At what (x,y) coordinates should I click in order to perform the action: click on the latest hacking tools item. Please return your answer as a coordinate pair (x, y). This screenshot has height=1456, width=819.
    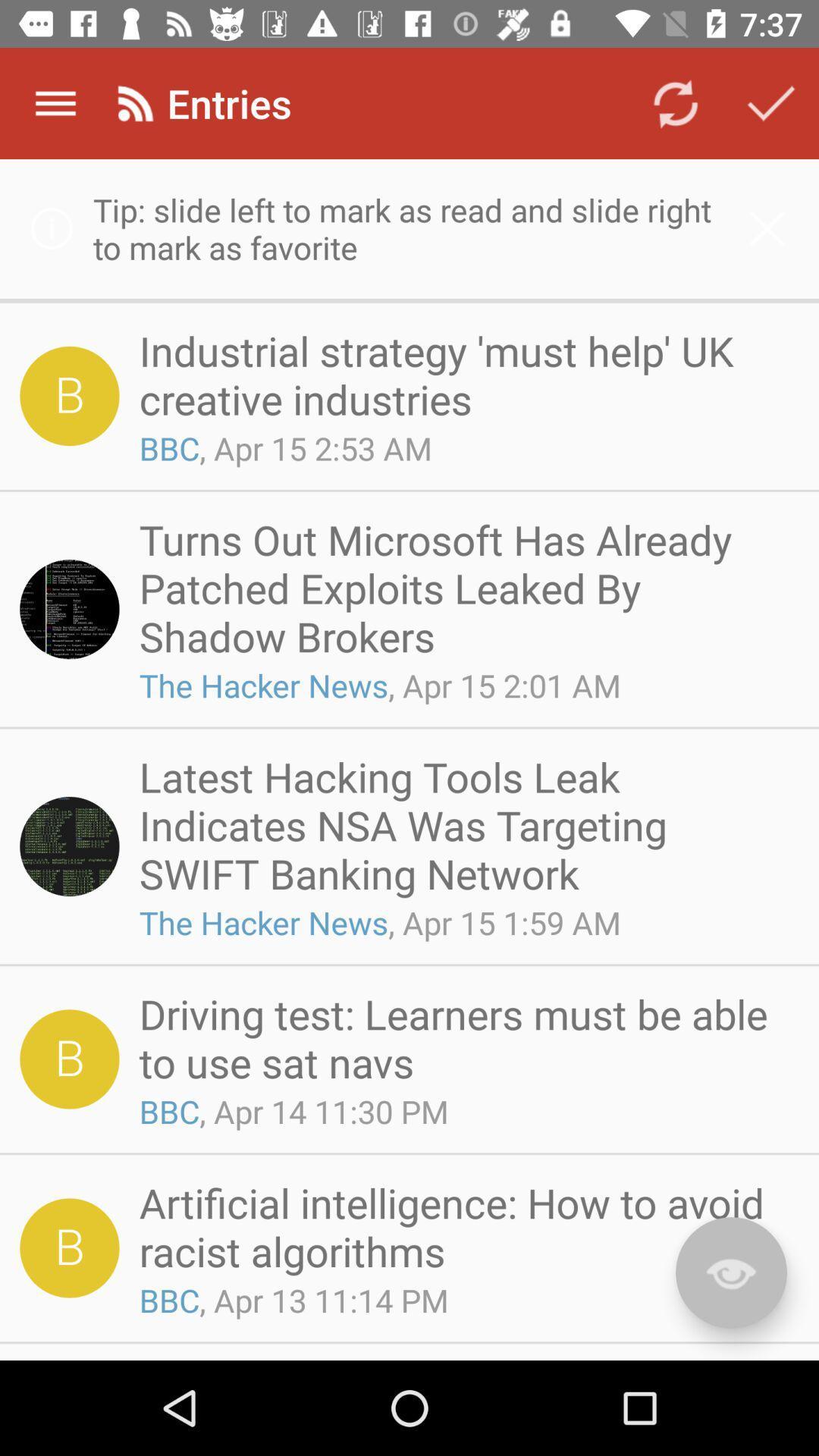
    Looking at the image, I should click on (463, 824).